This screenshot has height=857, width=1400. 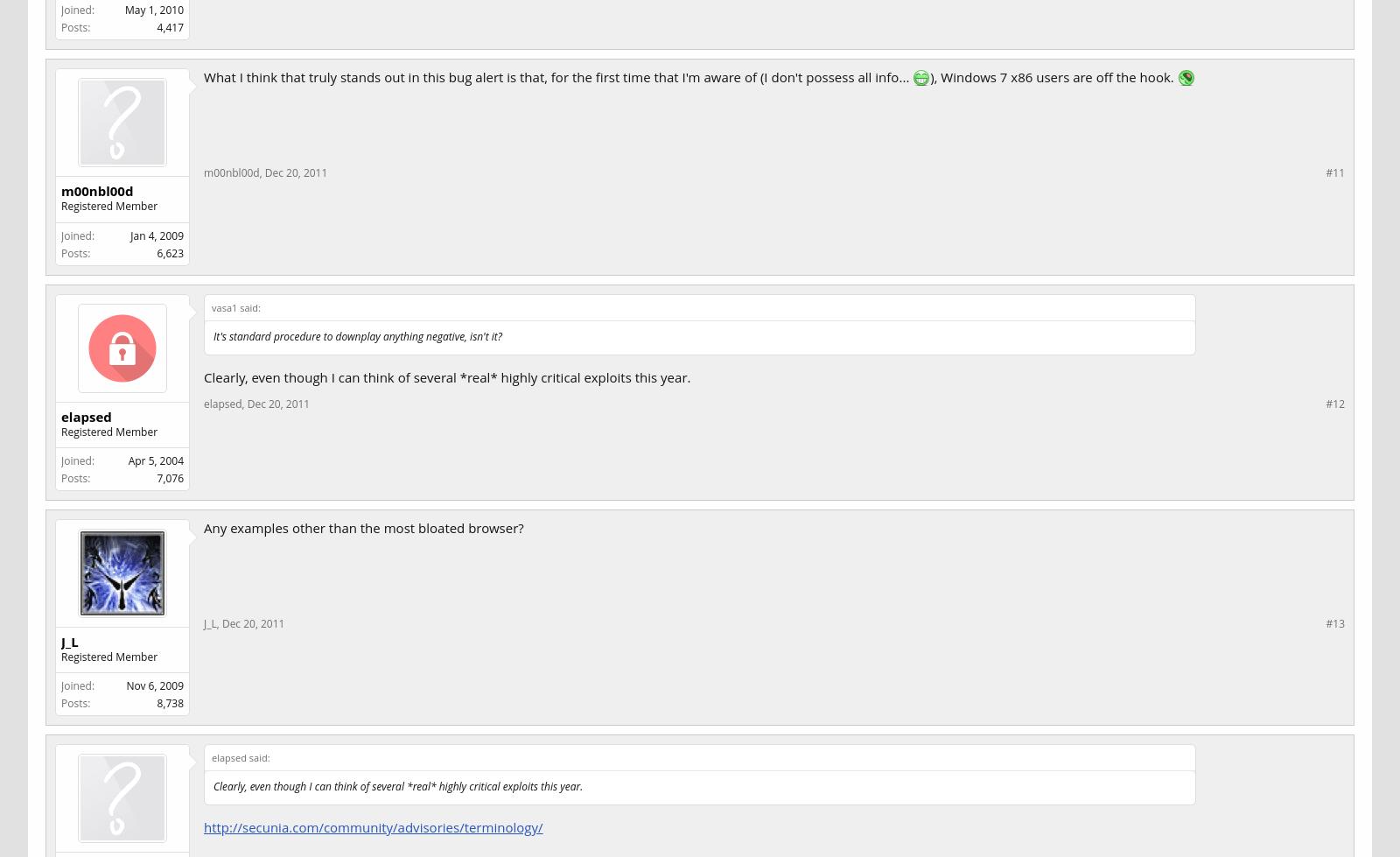 What do you see at coordinates (235, 306) in the screenshot?
I see `'vasa1 said:'` at bounding box center [235, 306].